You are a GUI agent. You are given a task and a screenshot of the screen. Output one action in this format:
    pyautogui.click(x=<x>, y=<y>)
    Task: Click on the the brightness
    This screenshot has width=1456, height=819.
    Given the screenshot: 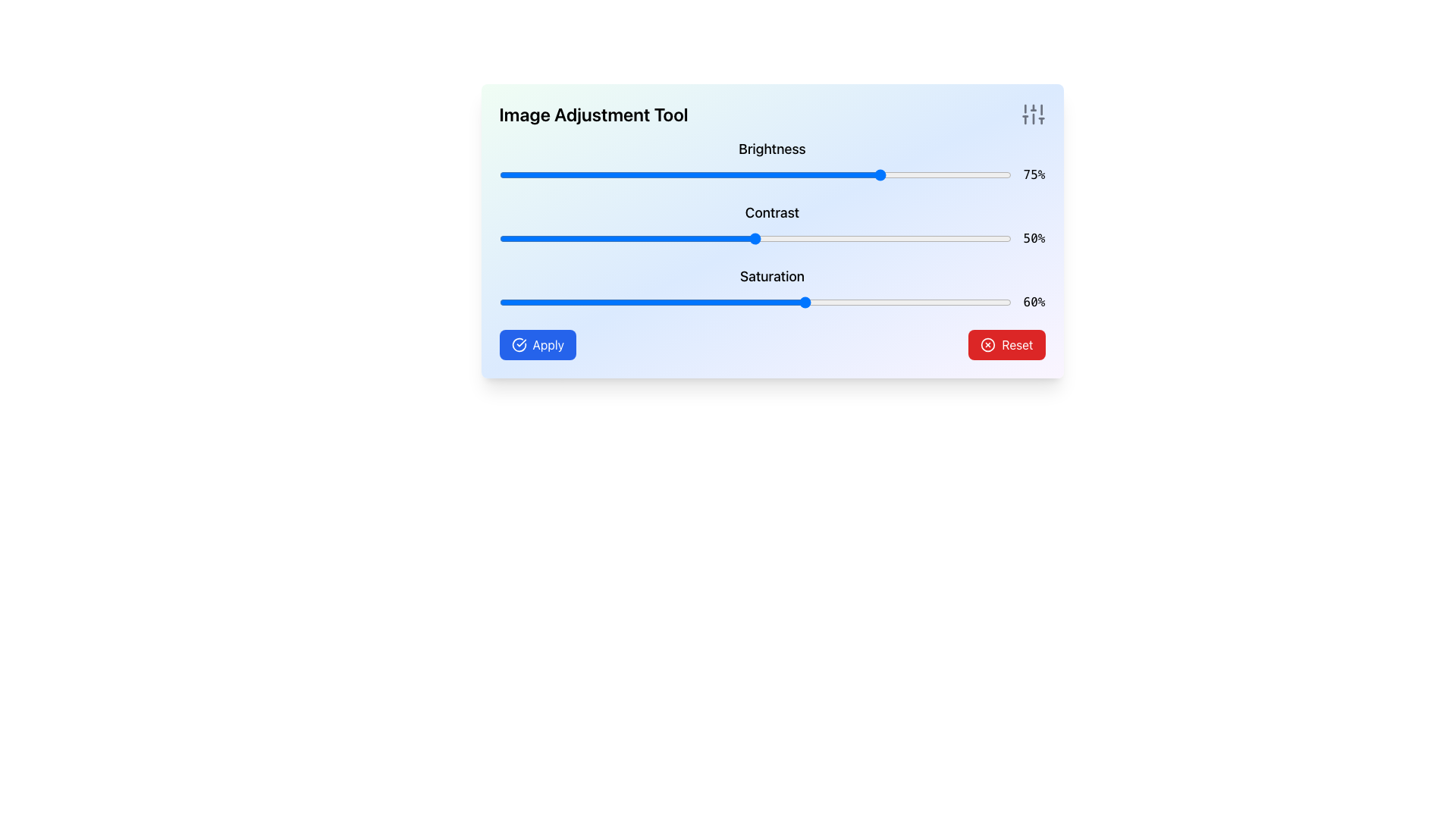 What is the action you would take?
    pyautogui.click(x=750, y=174)
    